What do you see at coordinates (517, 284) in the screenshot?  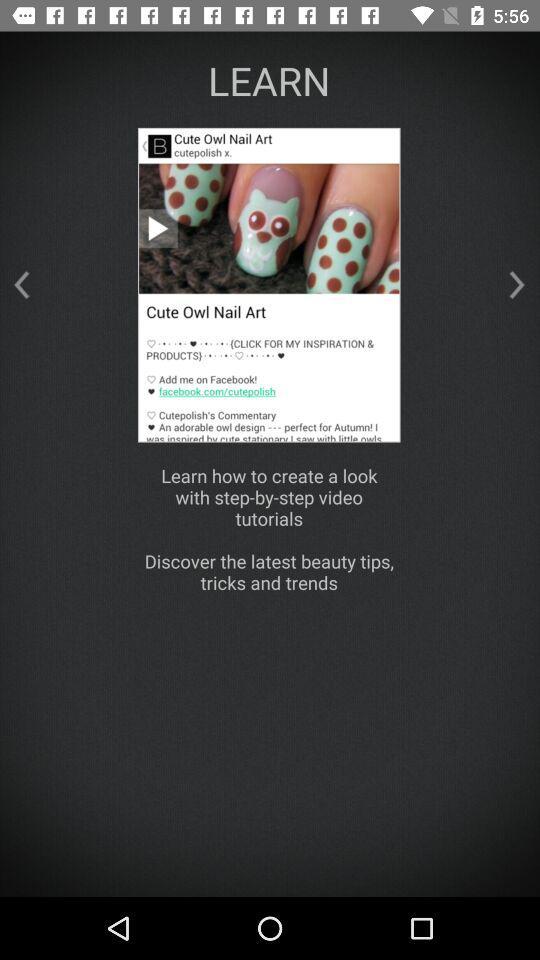 I see `the arrow_forward icon` at bounding box center [517, 284].